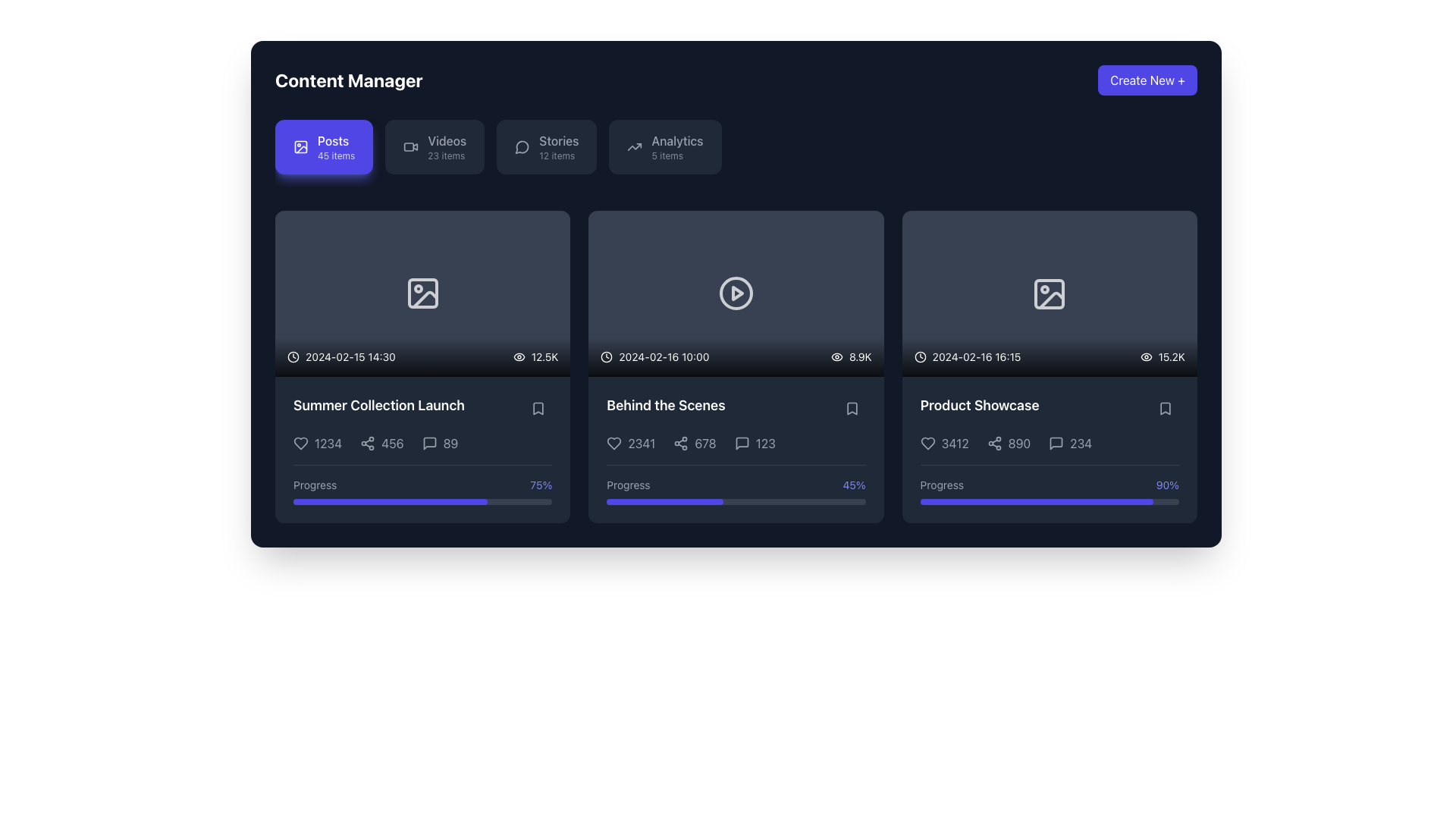  Describe the element at coordinates (755, 443) in the screenshot. I see `the text and icon combination indicating the number of comments associated with the 'Behind the Scenes' card, located at the center bottom section of the middle card` at that location.